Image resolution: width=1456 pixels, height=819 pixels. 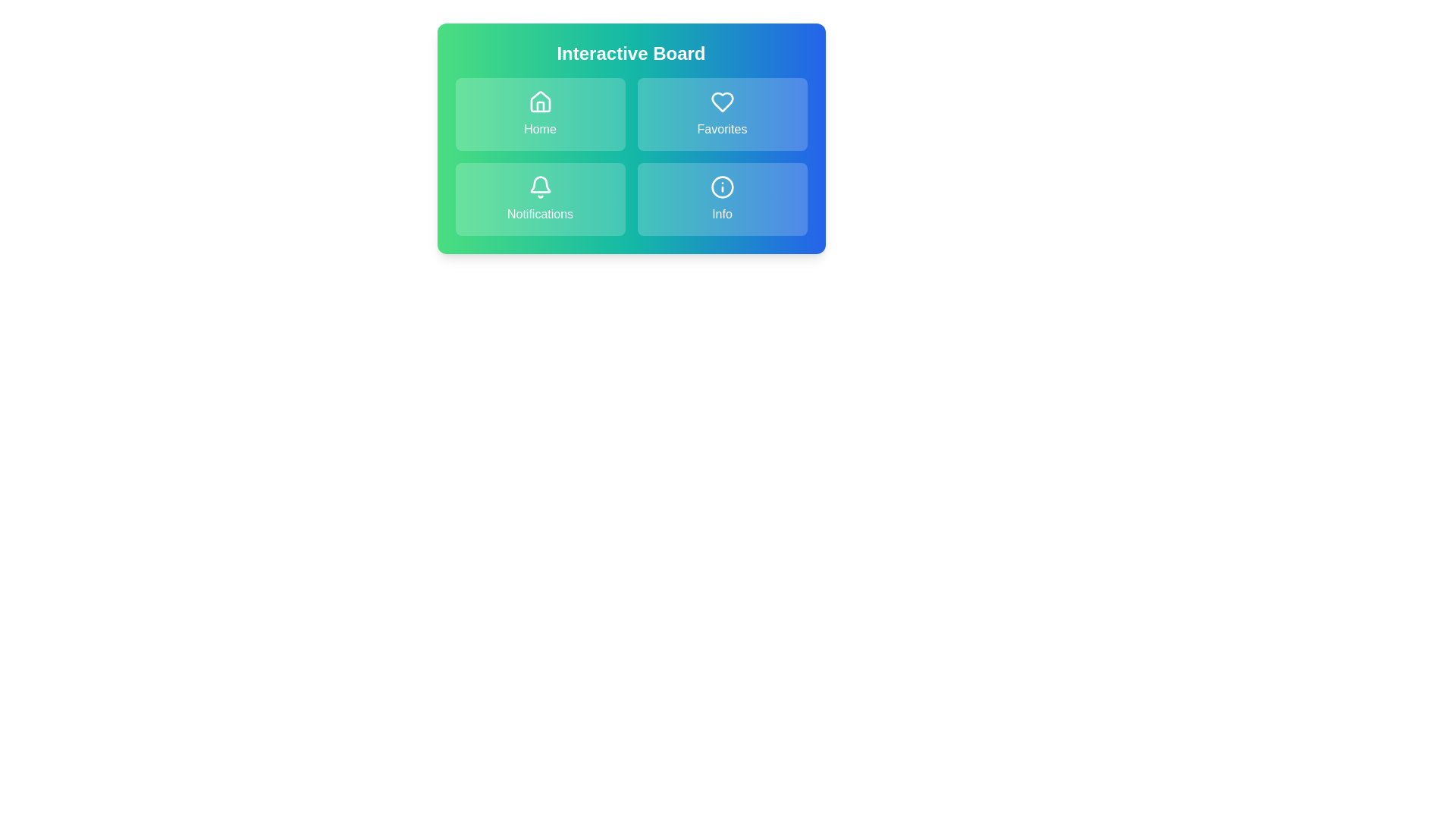 I want to click on the bell-shaped icon with a white design on a light green rectangular button located in the bottom-left corner of the 2x2 grid under 'Interactive Board.', so click(x=540, y=186).